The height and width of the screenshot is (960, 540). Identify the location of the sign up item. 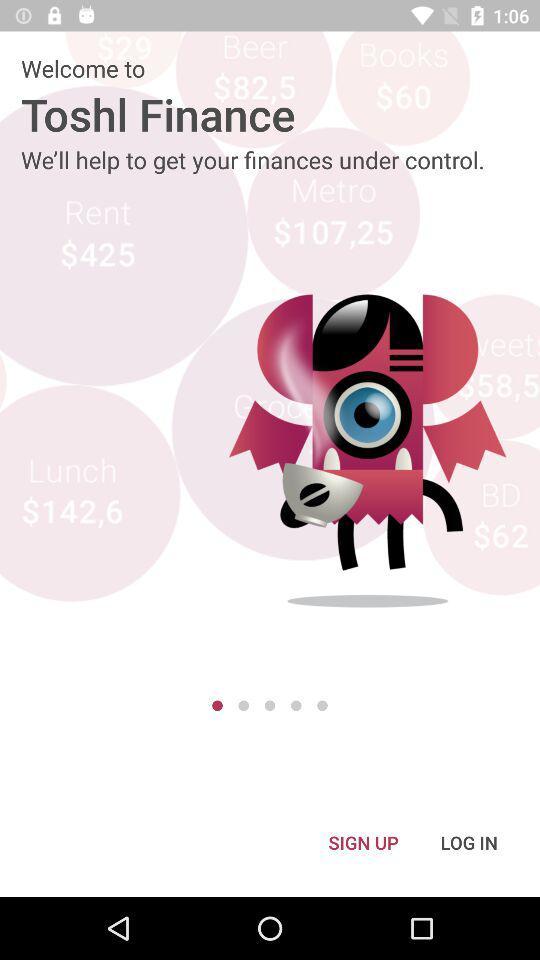
(362, 841).